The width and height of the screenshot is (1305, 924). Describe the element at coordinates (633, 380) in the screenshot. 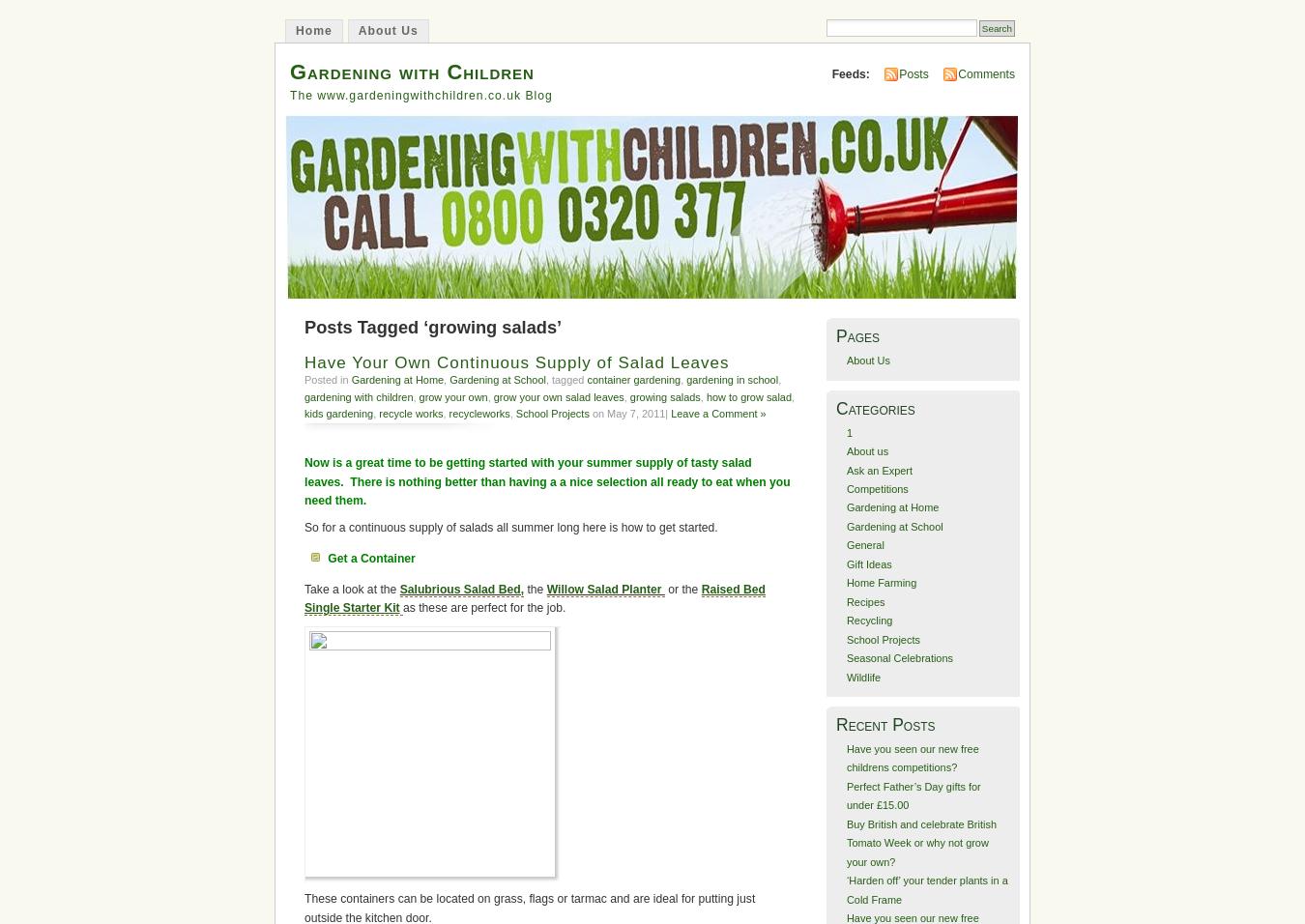

I see `'container gardening'` at that location.